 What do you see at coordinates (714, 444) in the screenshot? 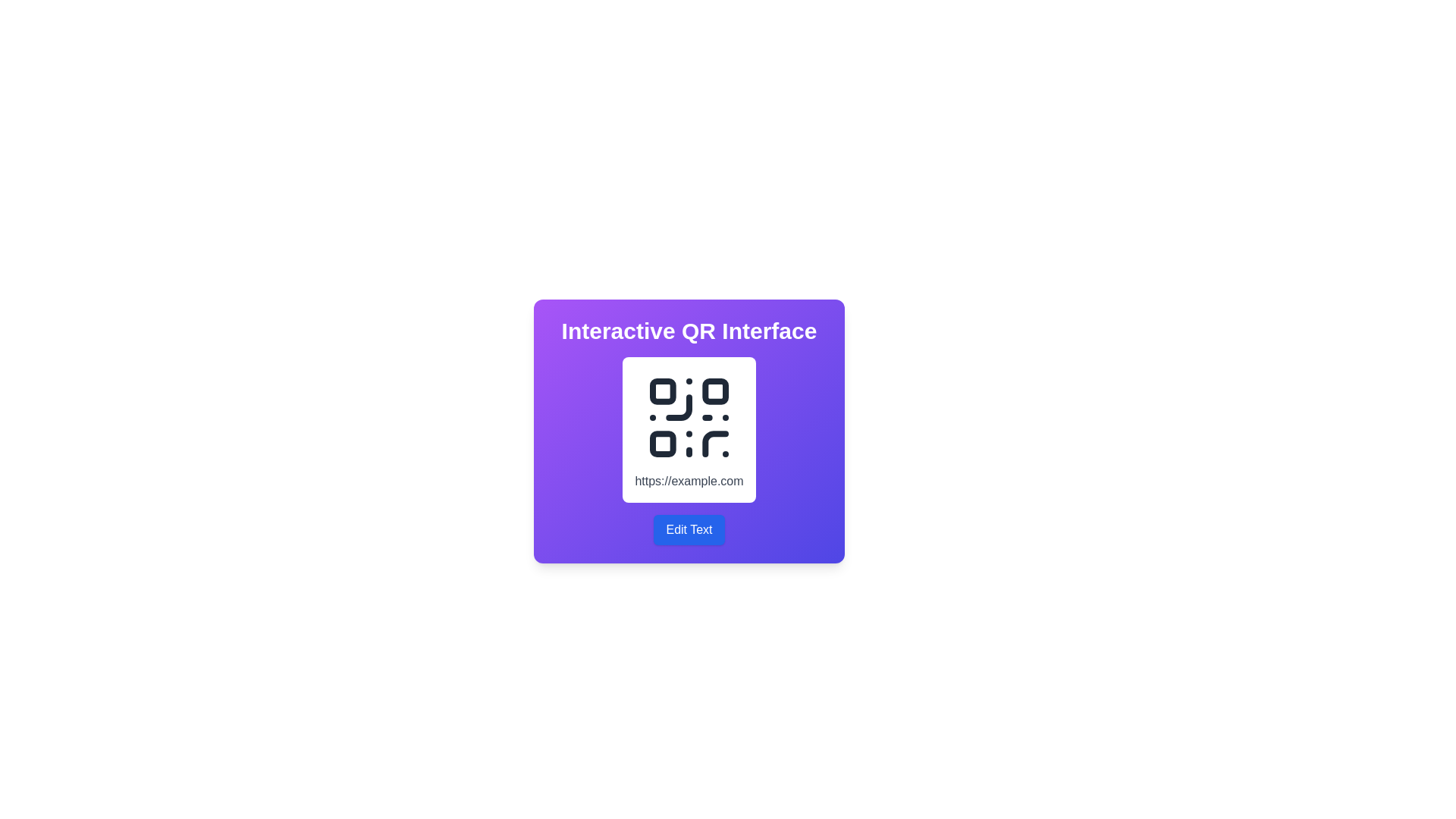
I see `the segment of the line and curve forming a partial rectangular shape within the QR code illustration, located in the bottom-right corner of the fourth quadrant` at bounding box center [714, 444].